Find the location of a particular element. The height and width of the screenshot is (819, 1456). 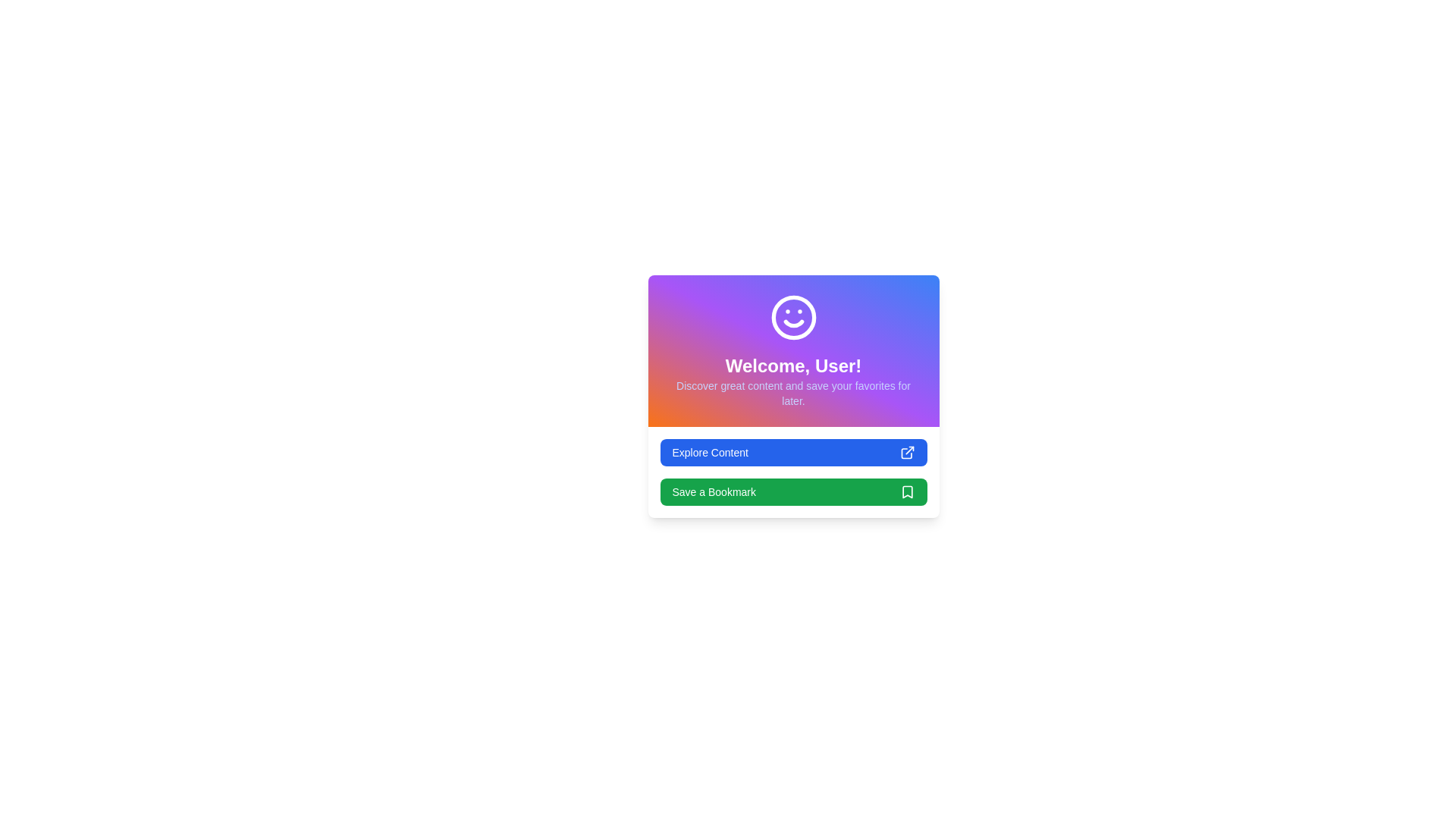

the external link icon located in the upper-right corner of the 'Explore Content' button is located at coordinates (907, 452).